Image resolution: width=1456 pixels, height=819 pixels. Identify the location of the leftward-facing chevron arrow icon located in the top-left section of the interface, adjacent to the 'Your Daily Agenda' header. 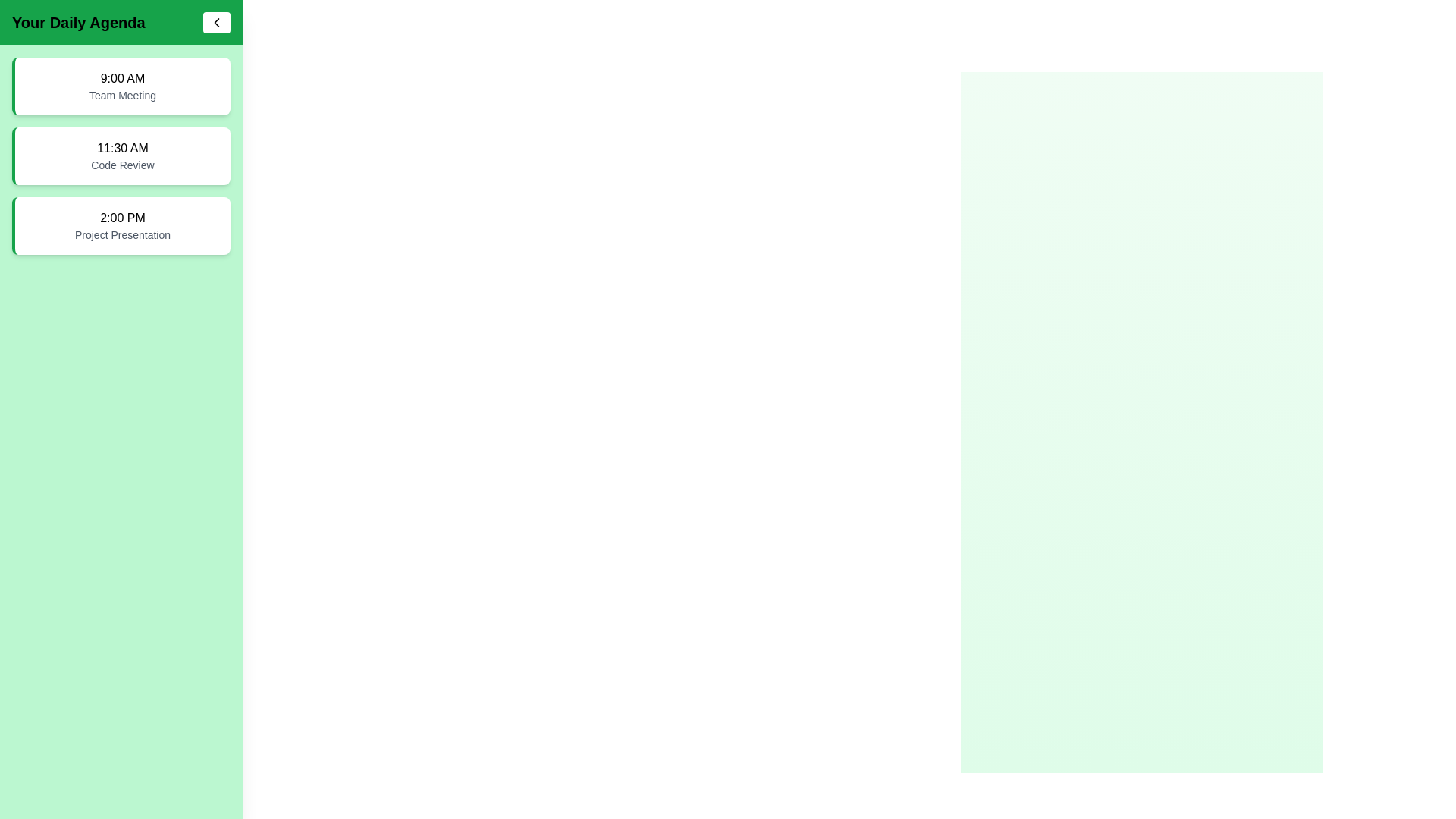
(216, 23).